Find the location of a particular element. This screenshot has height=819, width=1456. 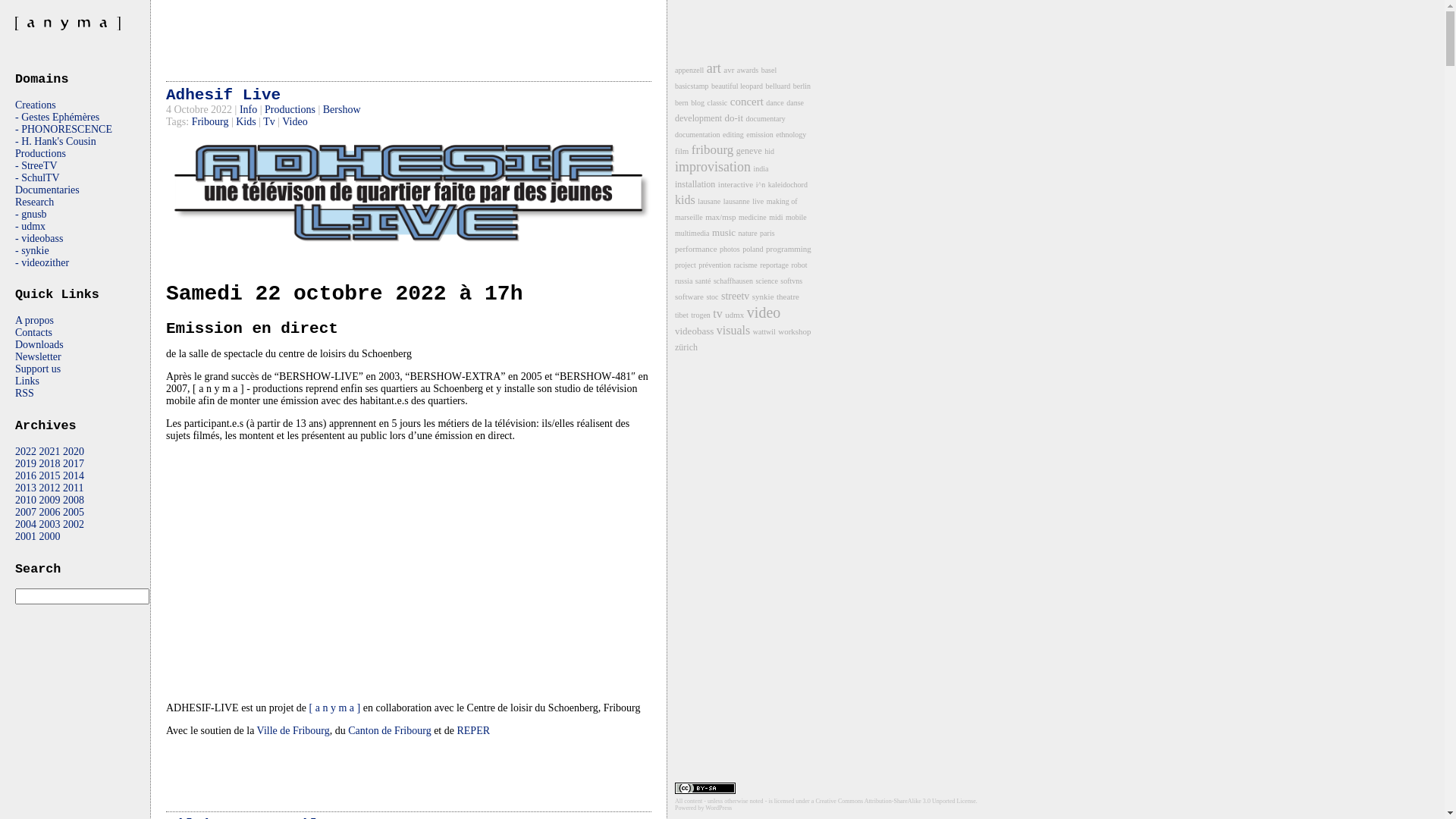

'A propos' is located at coordinates (34, 319).